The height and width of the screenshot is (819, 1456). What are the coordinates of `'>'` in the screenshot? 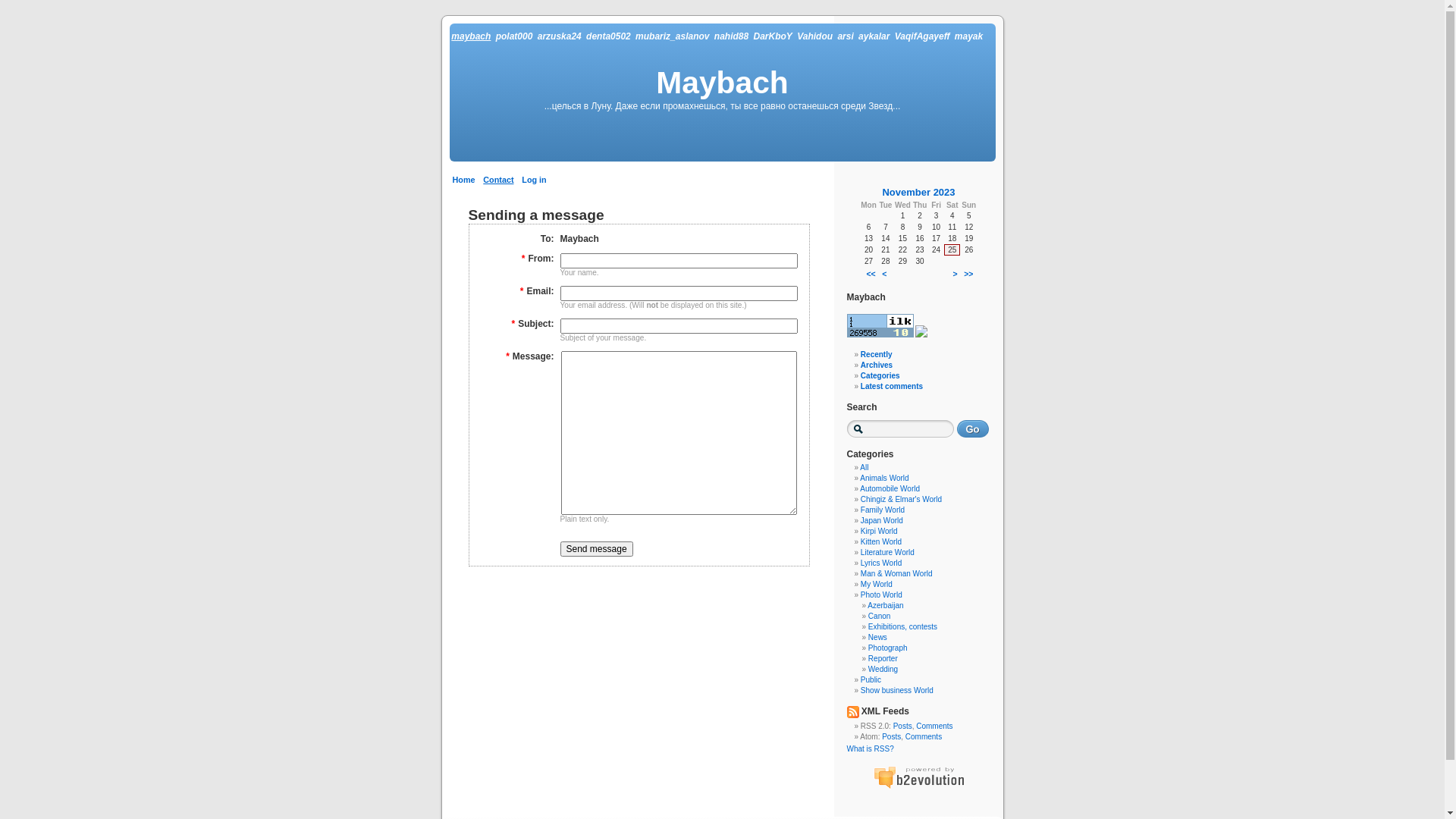 It's located at (954, 274).